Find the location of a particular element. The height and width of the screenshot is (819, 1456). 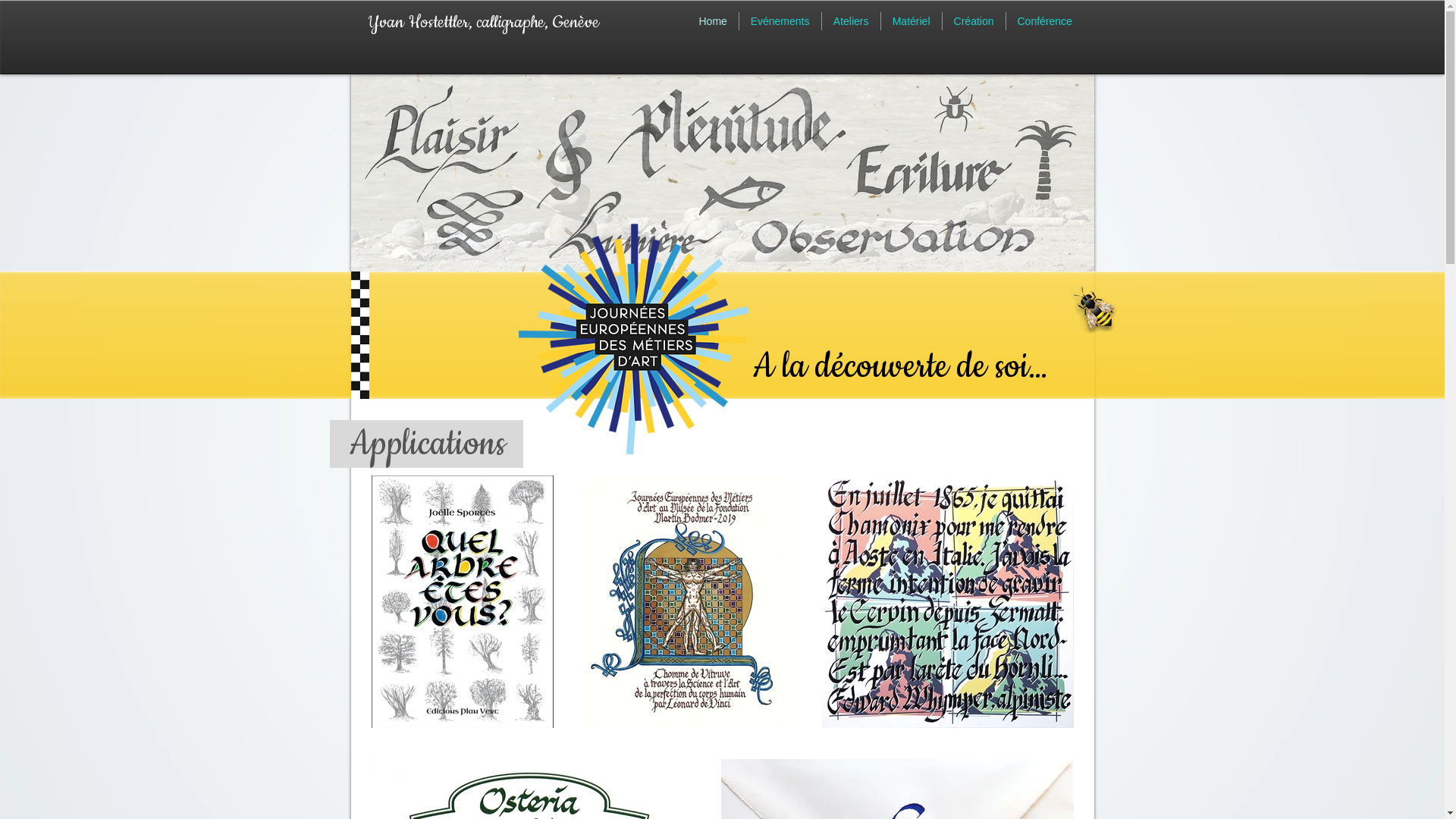

'Home' is located at coordinates (711, 20).